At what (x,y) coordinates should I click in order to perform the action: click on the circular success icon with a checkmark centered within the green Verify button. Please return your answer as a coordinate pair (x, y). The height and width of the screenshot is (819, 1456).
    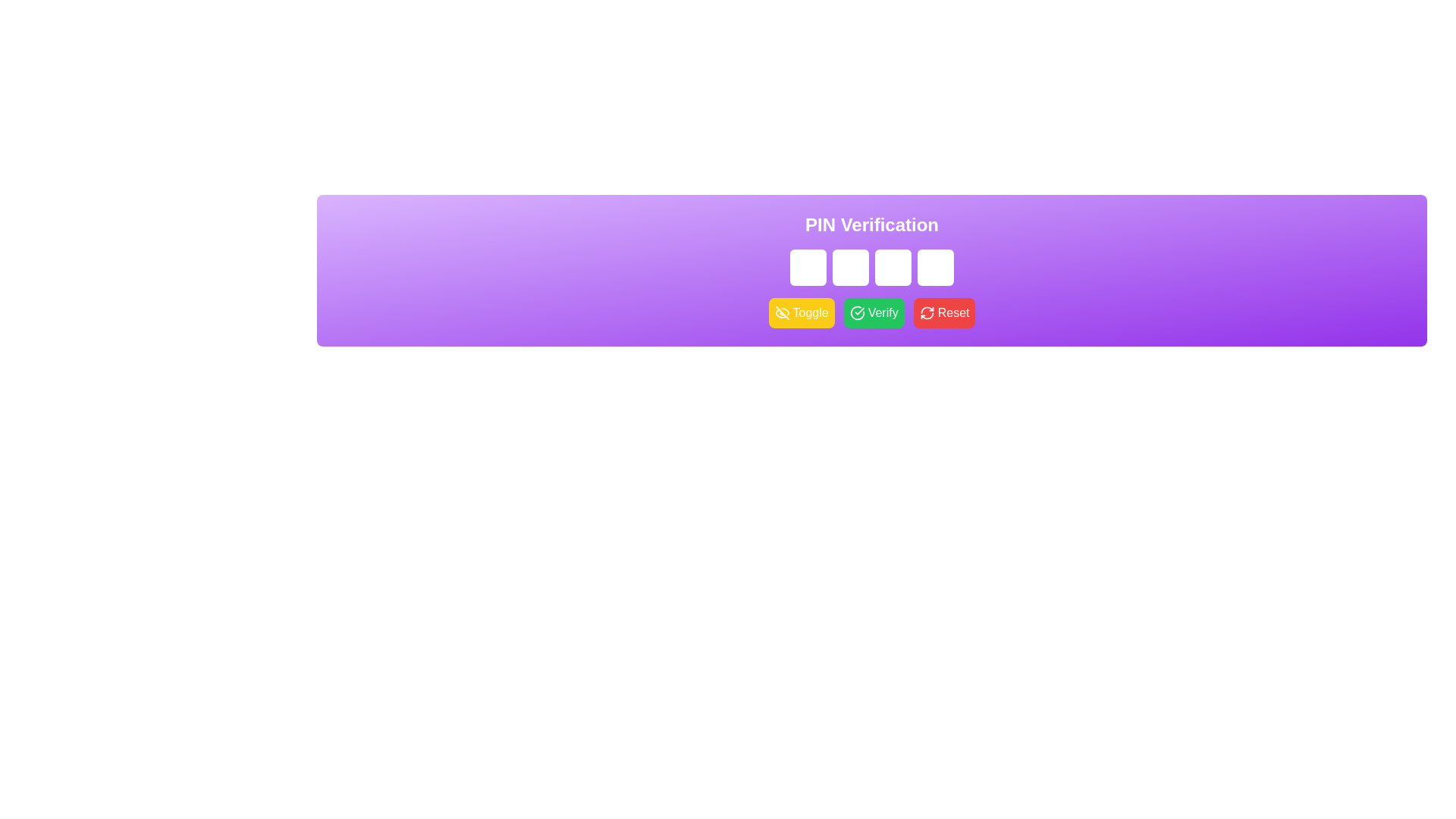
    Looking at the image, I should click on (857, 312).